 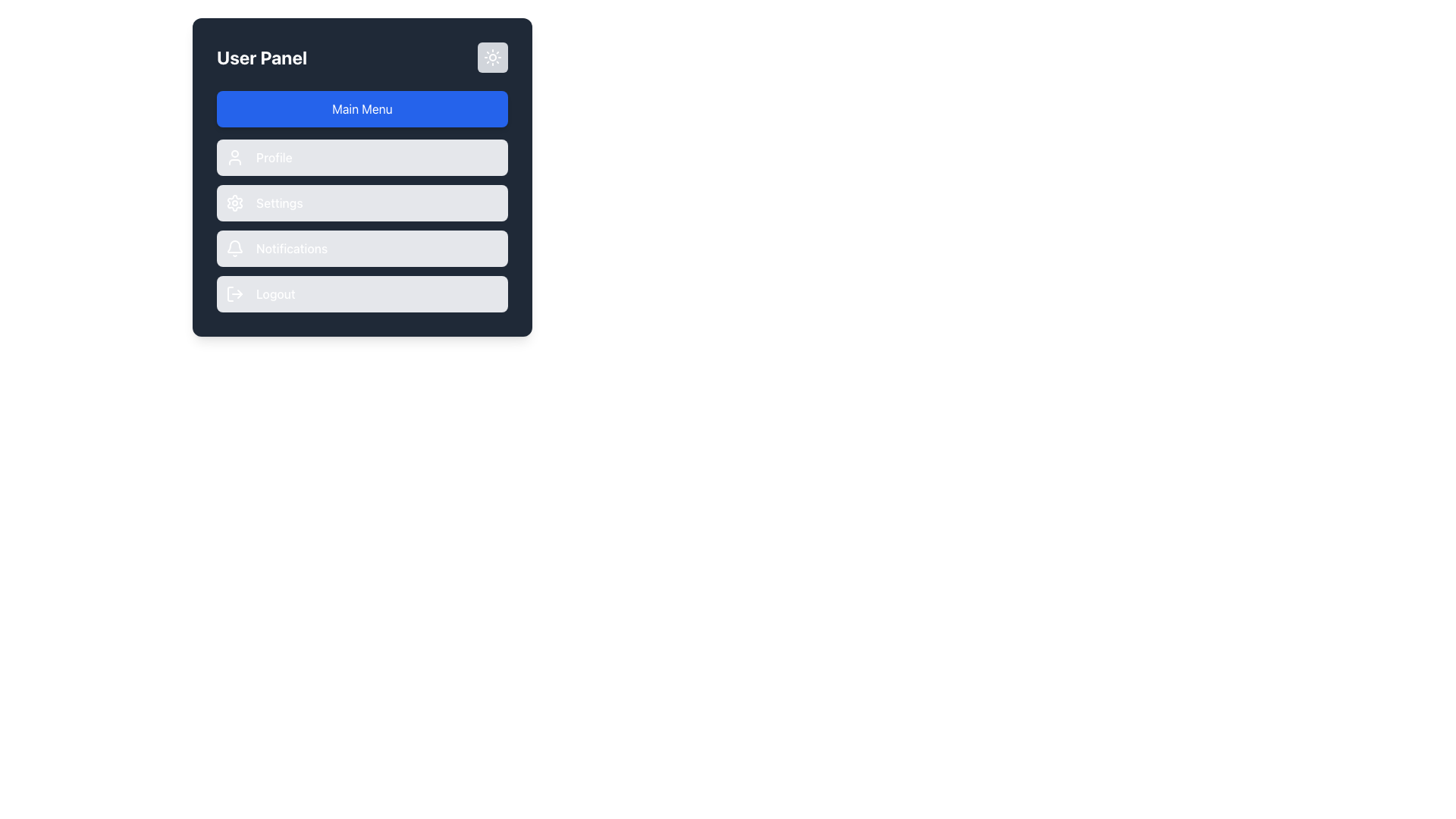 I want to click on the 'Settings' button, which is the second item in the User Panel interface, so click(x=362, y=225).